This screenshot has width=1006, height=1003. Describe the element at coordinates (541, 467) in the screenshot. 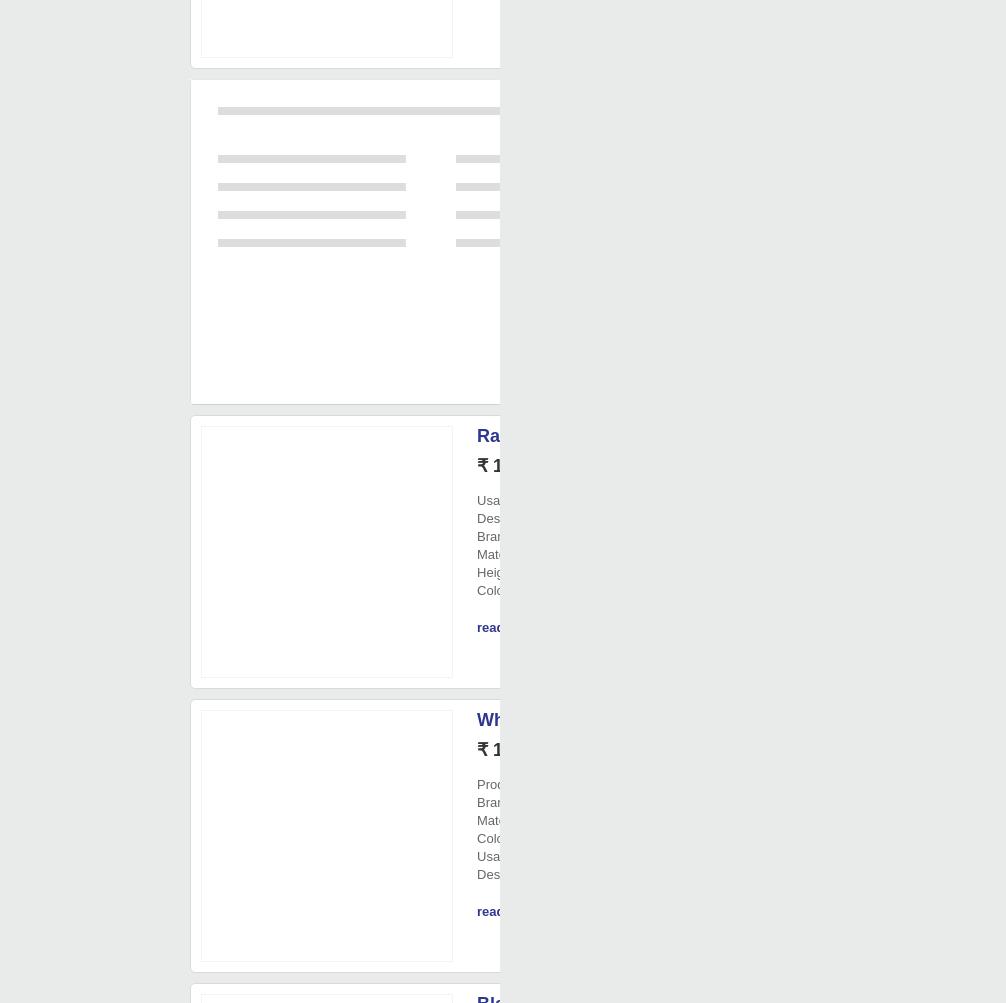

I see `'Unit'` at that location.